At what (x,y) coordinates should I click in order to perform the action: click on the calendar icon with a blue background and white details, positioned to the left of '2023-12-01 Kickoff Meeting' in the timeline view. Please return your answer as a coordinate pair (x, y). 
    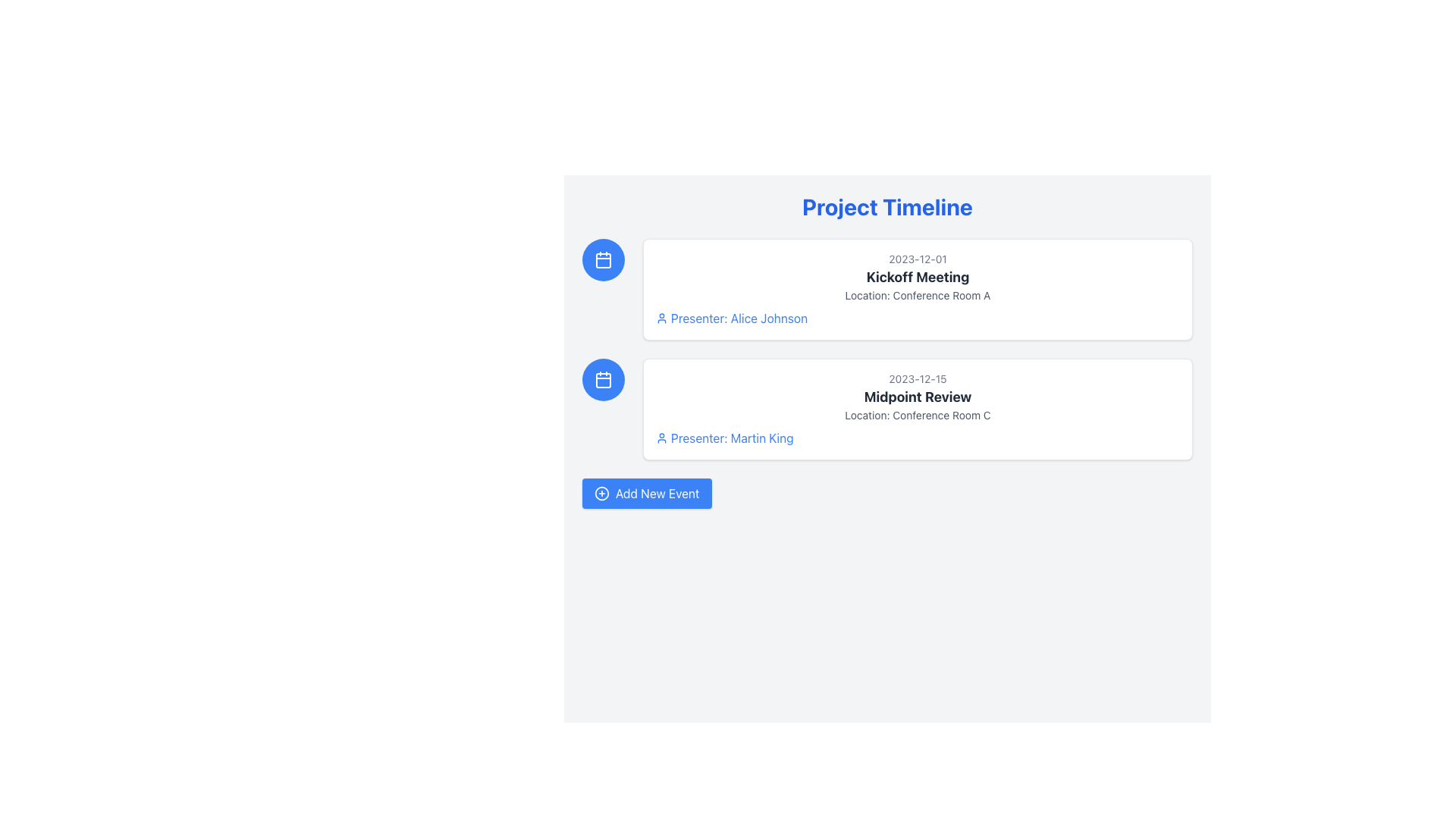
    Looking at the image, I should click on (603, 259).